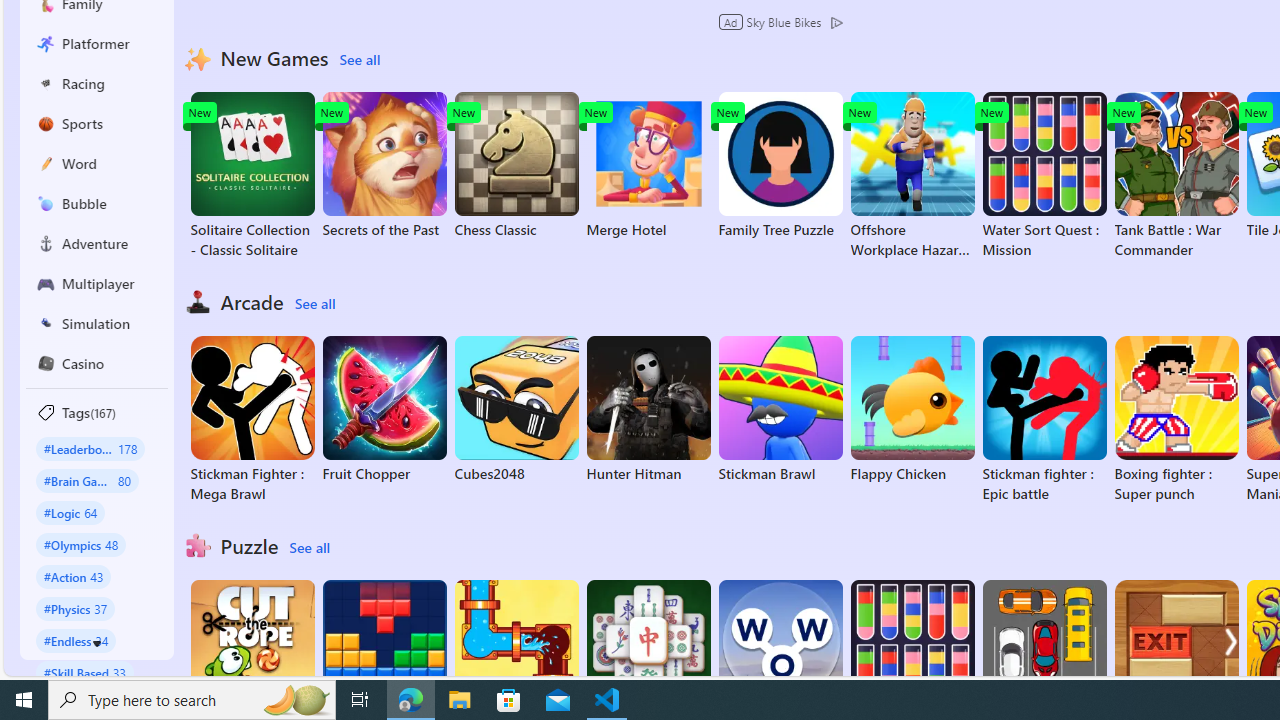  I want to click on 'Fruit Chopper', so click(384, 409).